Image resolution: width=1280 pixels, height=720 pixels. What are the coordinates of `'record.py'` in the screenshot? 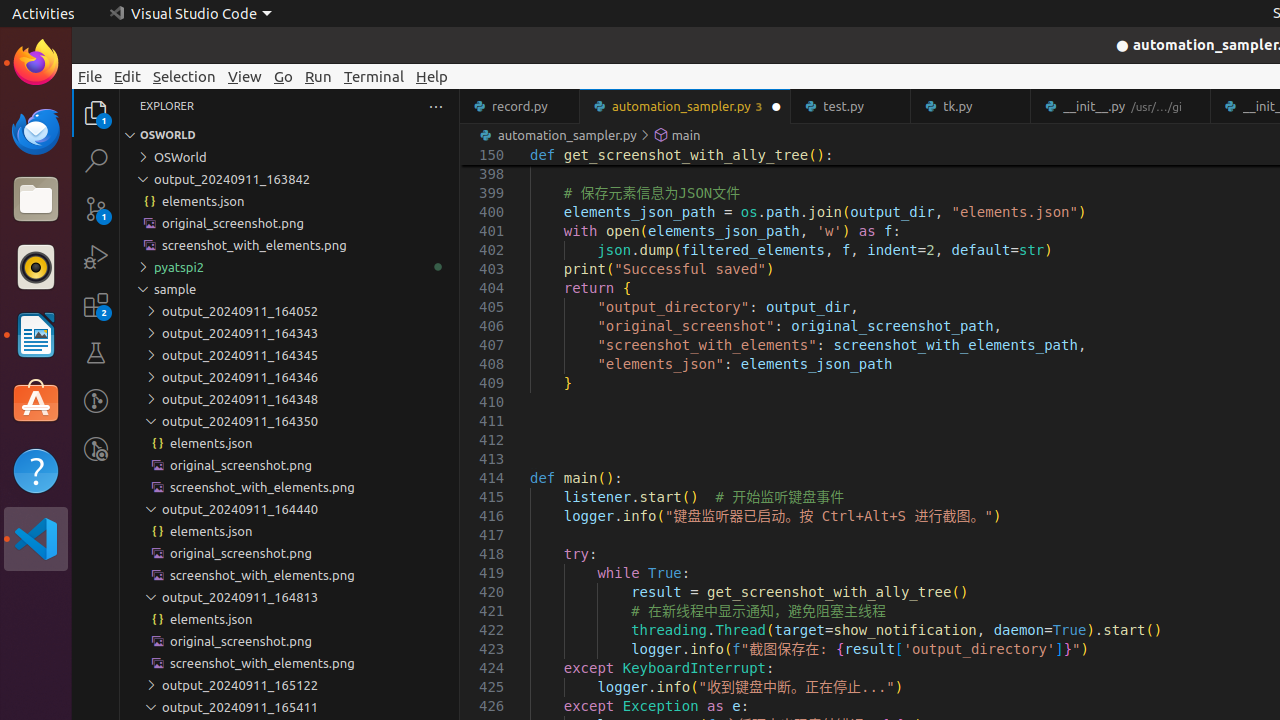 It's located at (519, 106).